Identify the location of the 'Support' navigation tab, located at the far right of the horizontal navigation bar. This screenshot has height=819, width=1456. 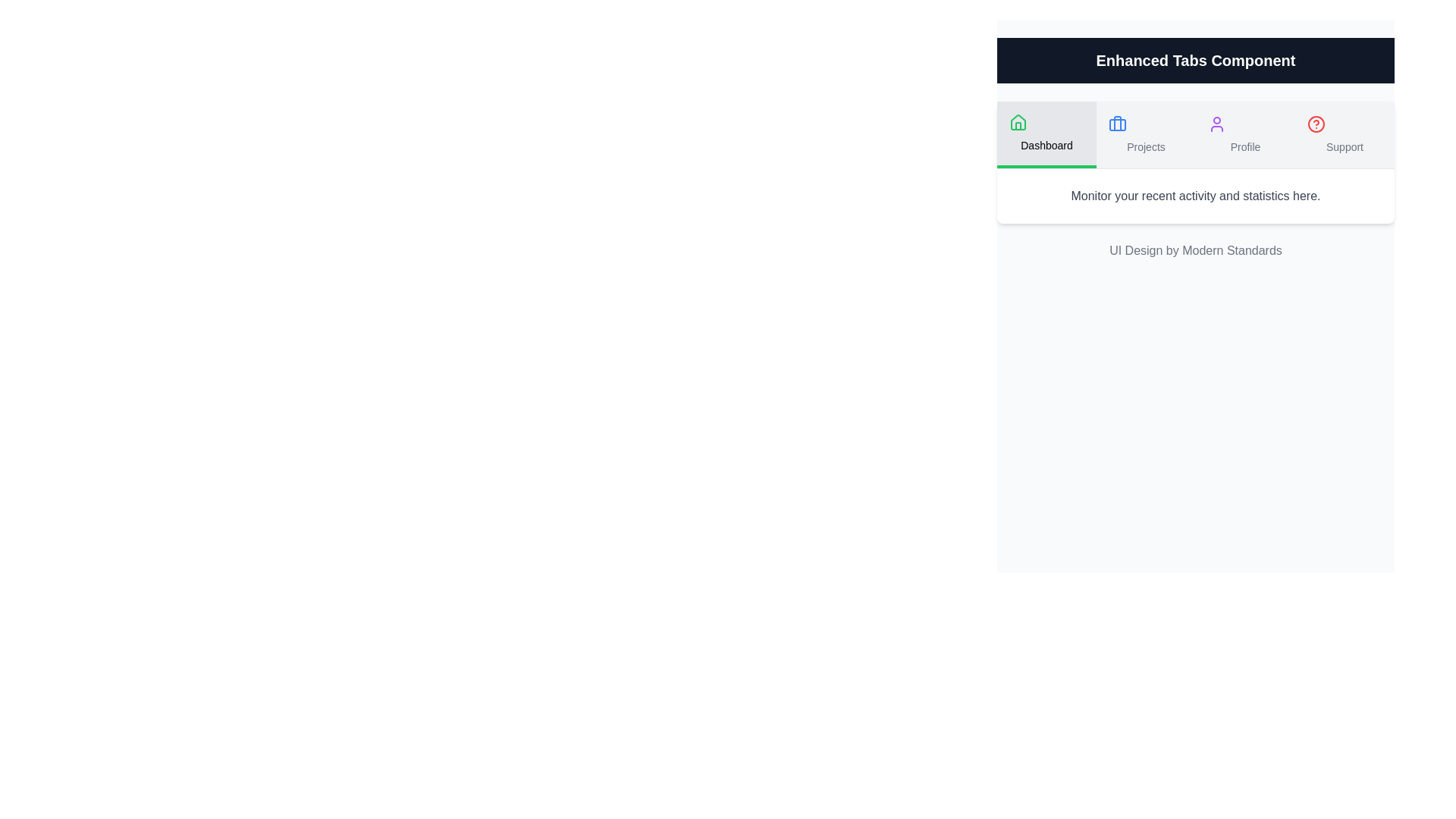
(1345, 133).